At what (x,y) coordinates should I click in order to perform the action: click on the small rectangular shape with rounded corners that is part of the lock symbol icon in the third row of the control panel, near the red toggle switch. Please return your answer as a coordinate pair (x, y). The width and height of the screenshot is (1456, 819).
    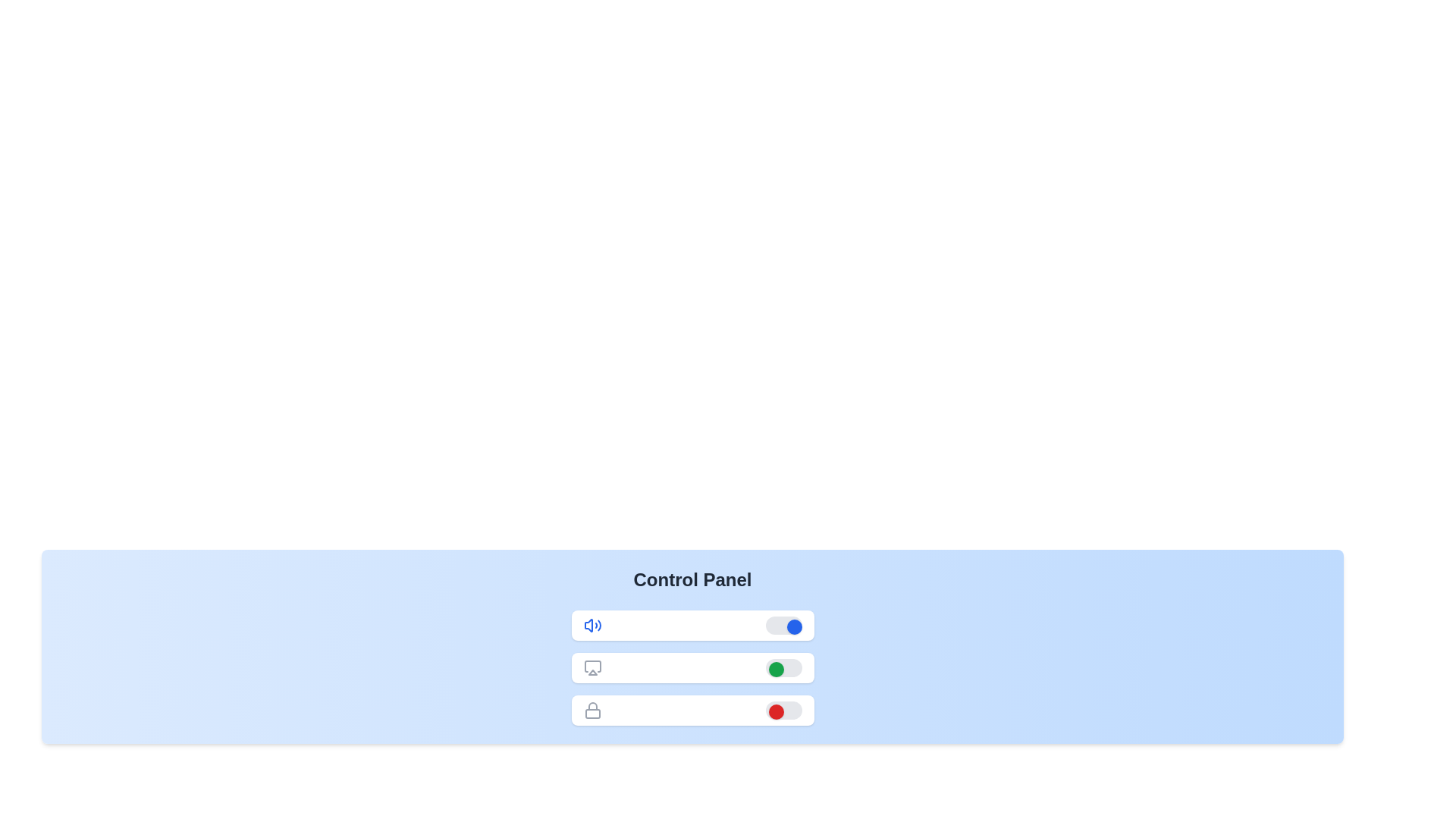
    Looking at the image, I should click on (591, 714).